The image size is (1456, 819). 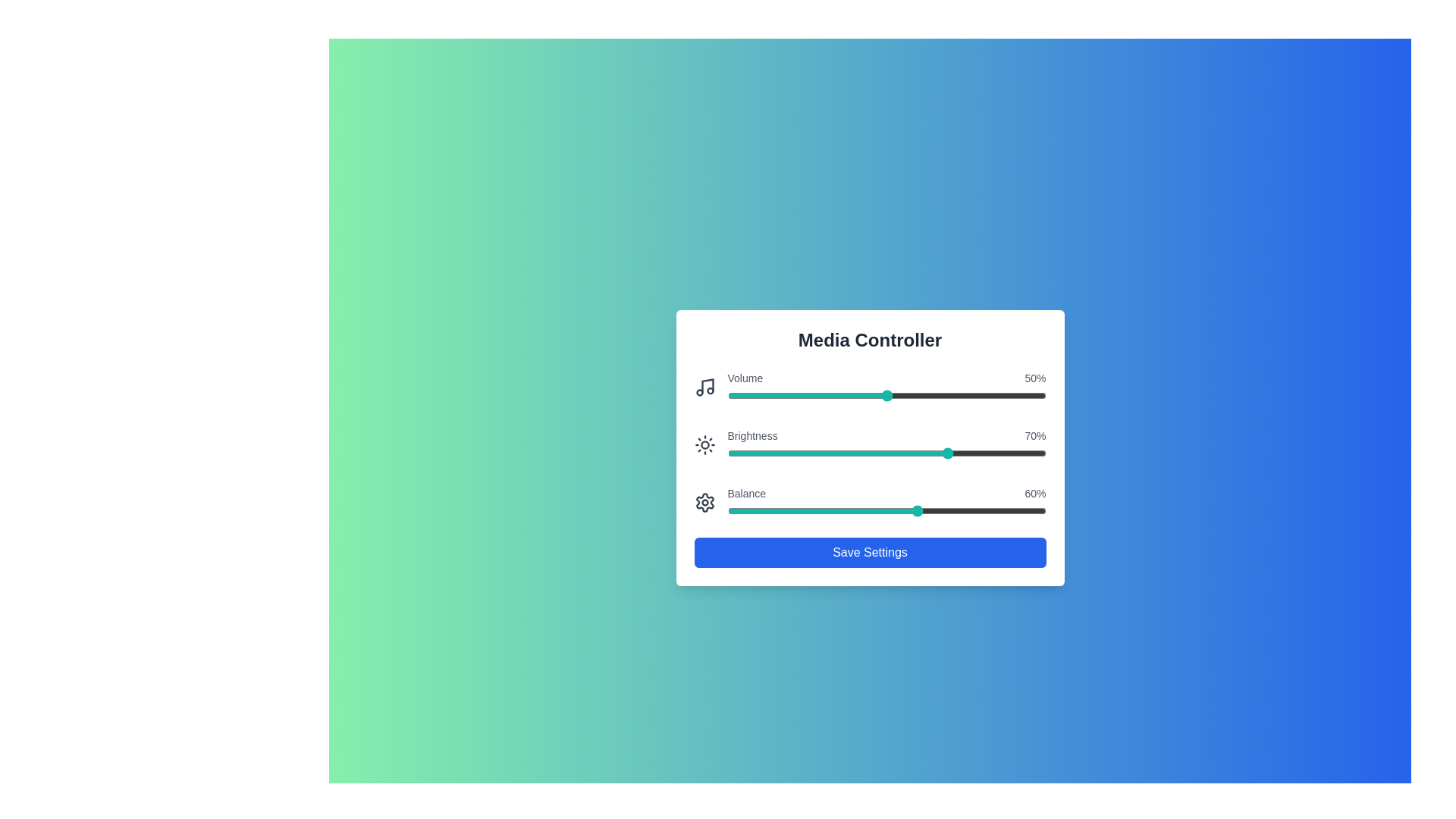 What do you see at coordinates (861, 511) in the screenshot?
I see `the balance slider handle to set the balance to 42%` at bounding box center [861, 511].